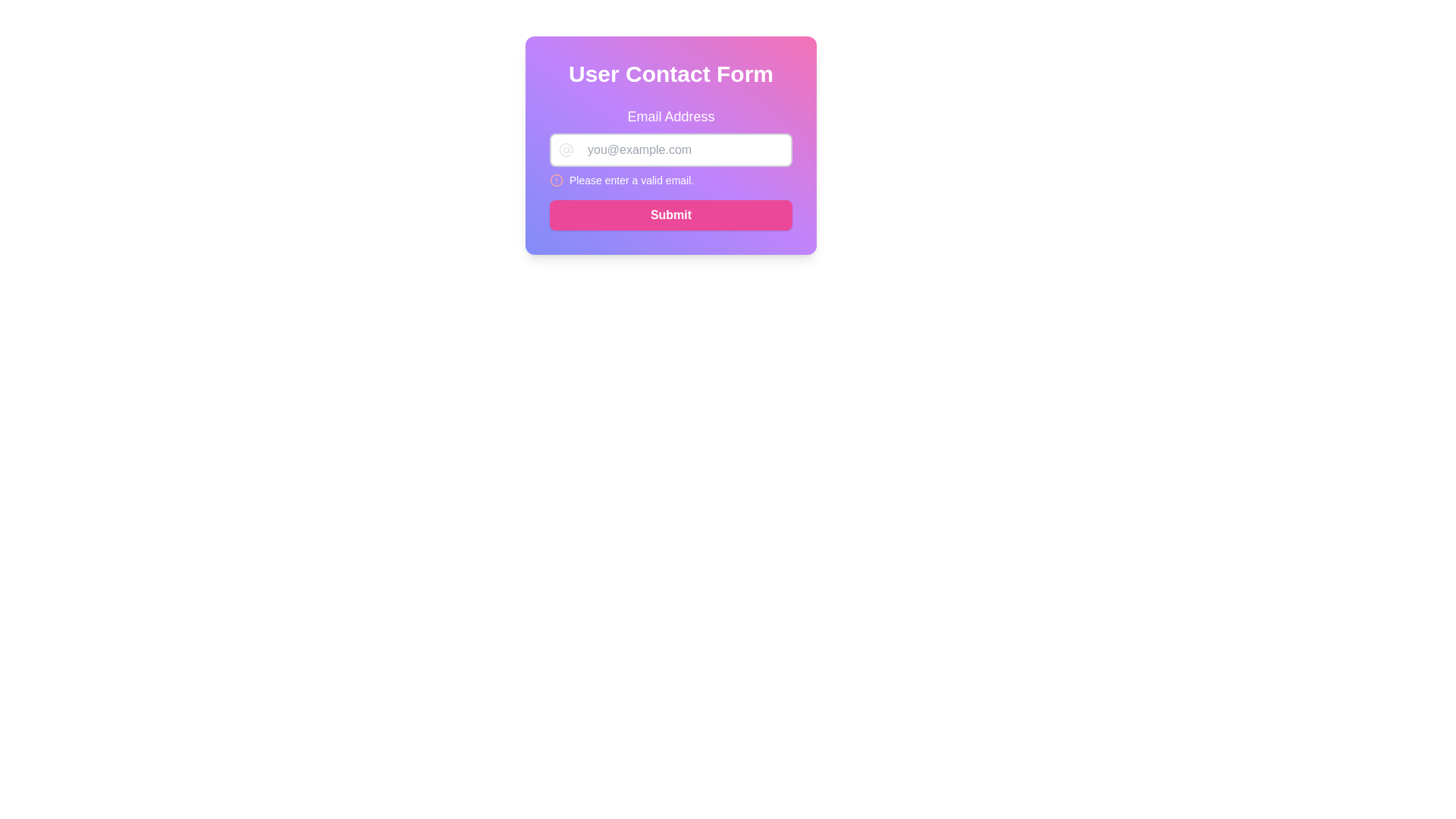 The width and height of the screenshot is (1456, 819). I want to click on the circular alert icon, which is red and positioned to the left of the text 'Please enter a valid email.', so click(556, 180).